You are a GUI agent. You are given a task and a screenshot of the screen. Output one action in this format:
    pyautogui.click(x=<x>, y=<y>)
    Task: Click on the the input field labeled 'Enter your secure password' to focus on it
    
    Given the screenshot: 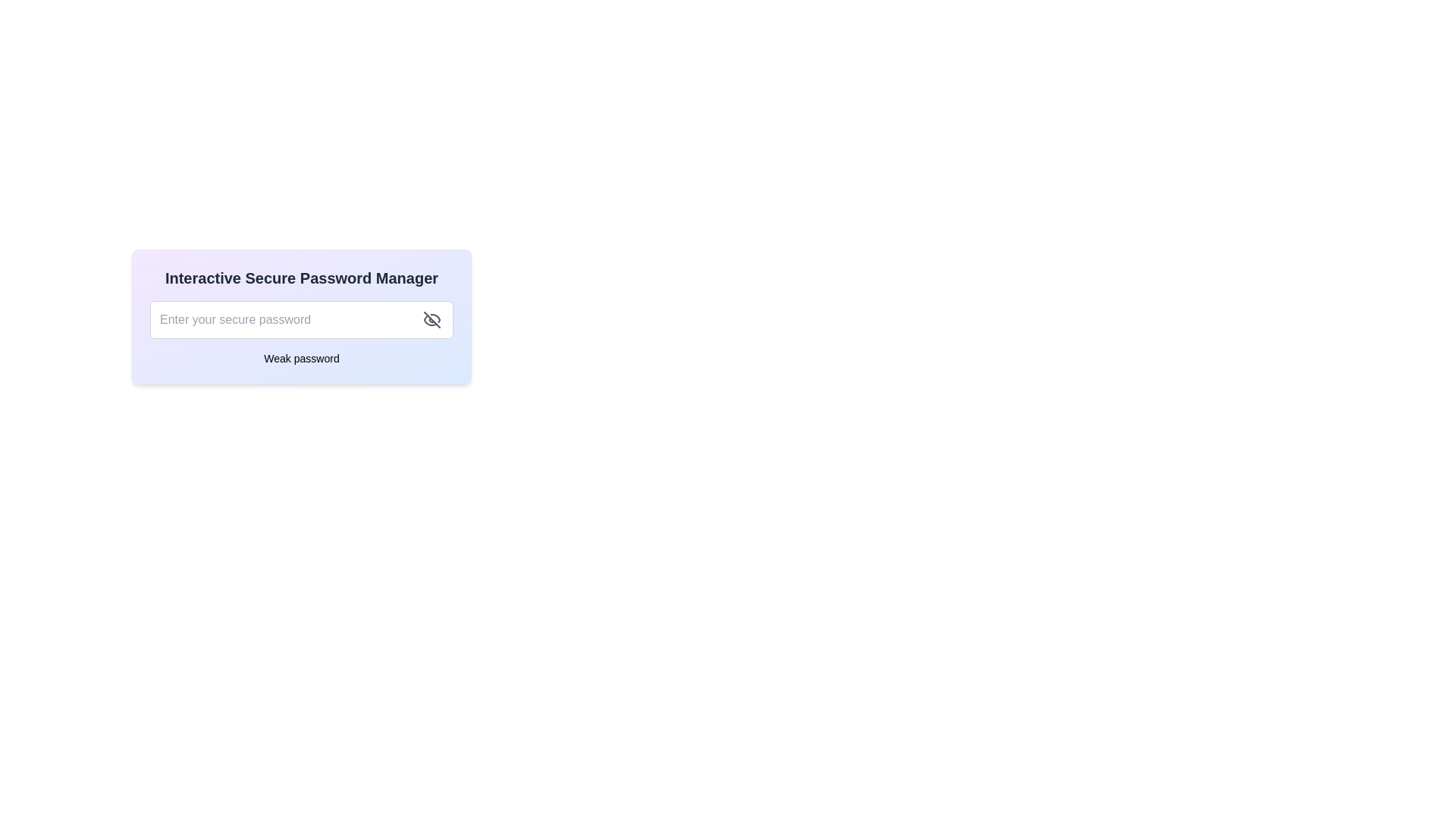 What is the action you would take?
    pyautogui.click(x=302, y=318)
    